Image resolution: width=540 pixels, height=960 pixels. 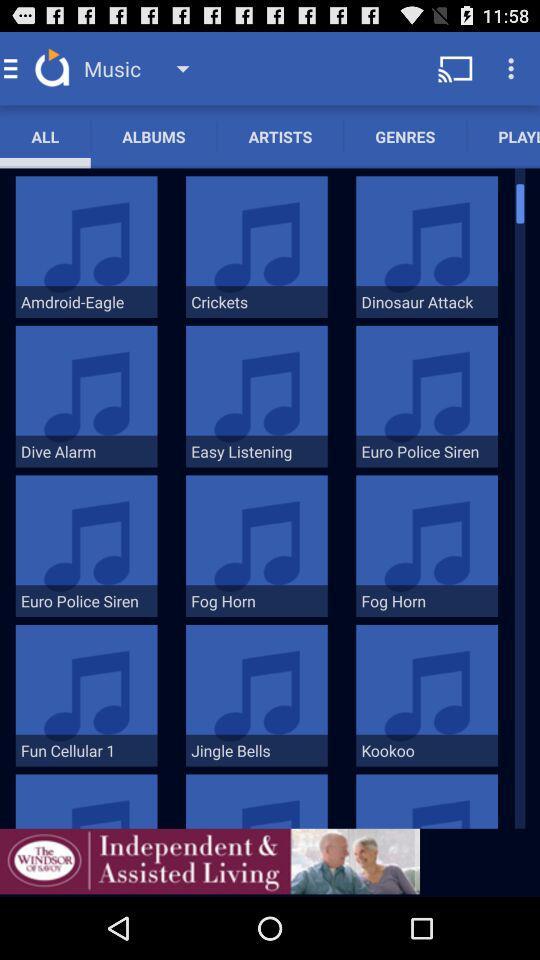 I want to click on addverdisment, so click(x=209, y=860).